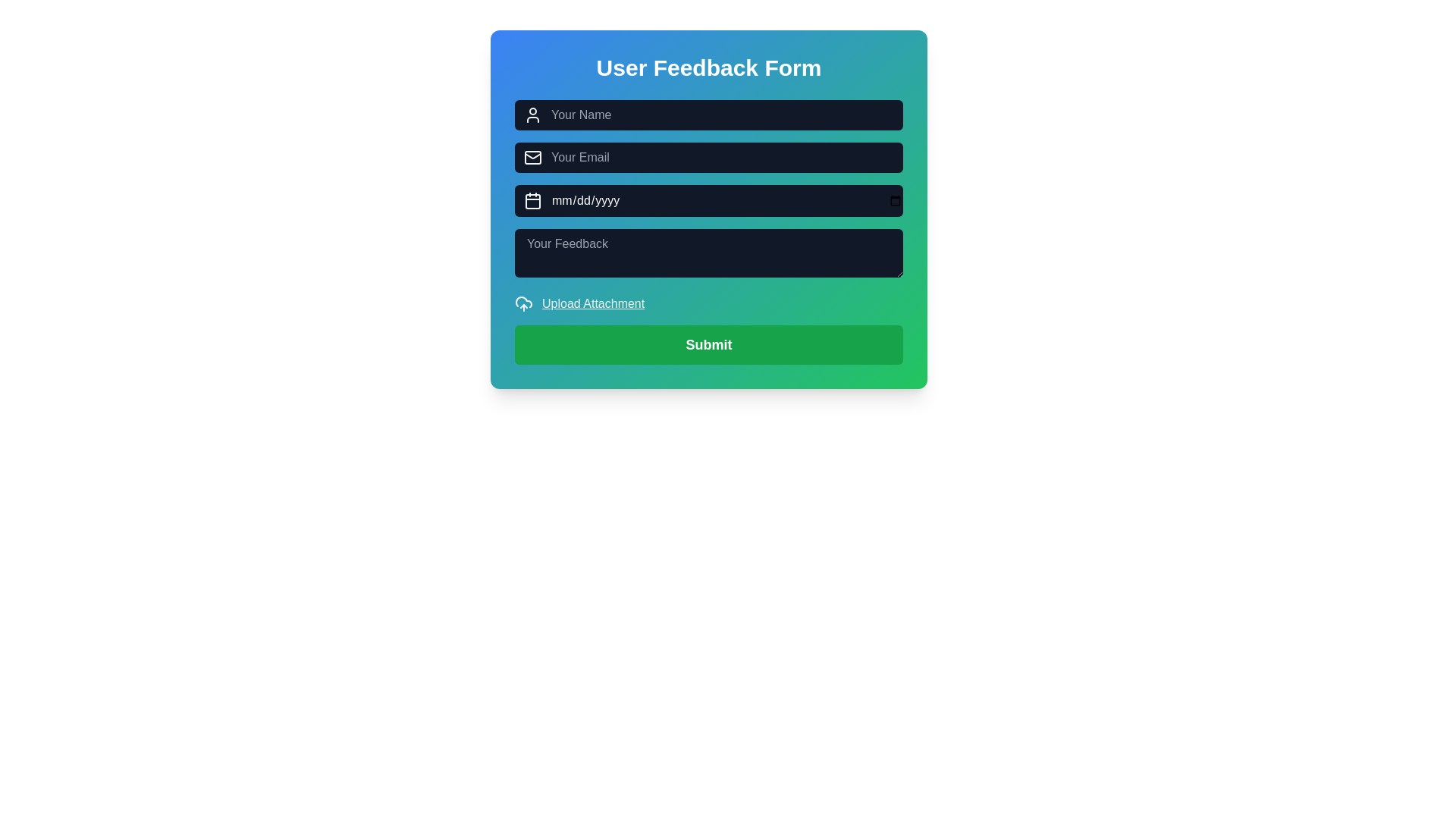 The image size is (1456, 819). I want to click on the Text Label that serves as the title for the feedback form, positioned at the top of the gradient-colored rounded rectangle containing input fields and buttons, so click(708, 67).